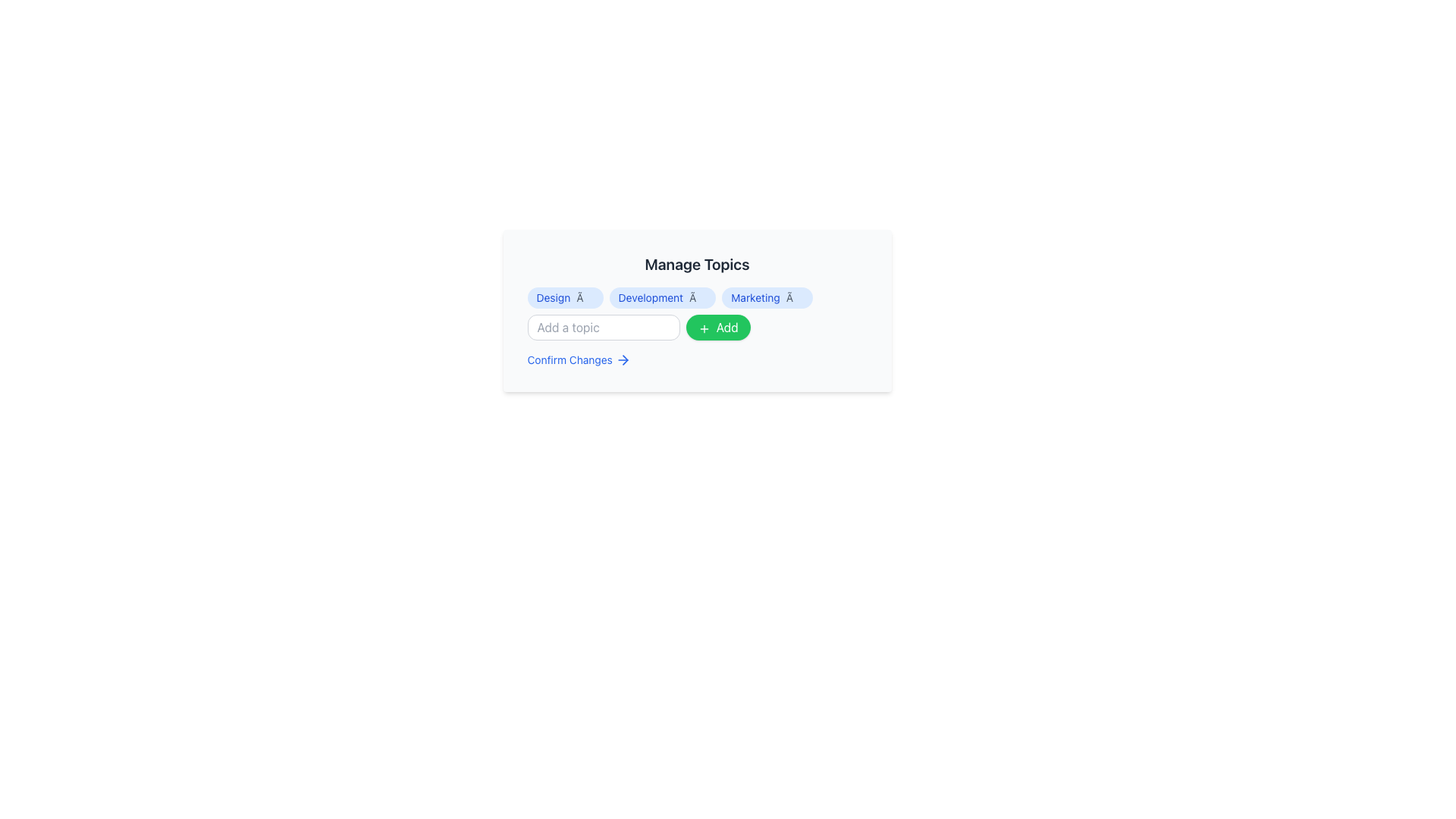  Describe the element at coordinates (564, 298) in the screenshot. I see `the '×' on the 'Design' tag with a blue background` at that location.